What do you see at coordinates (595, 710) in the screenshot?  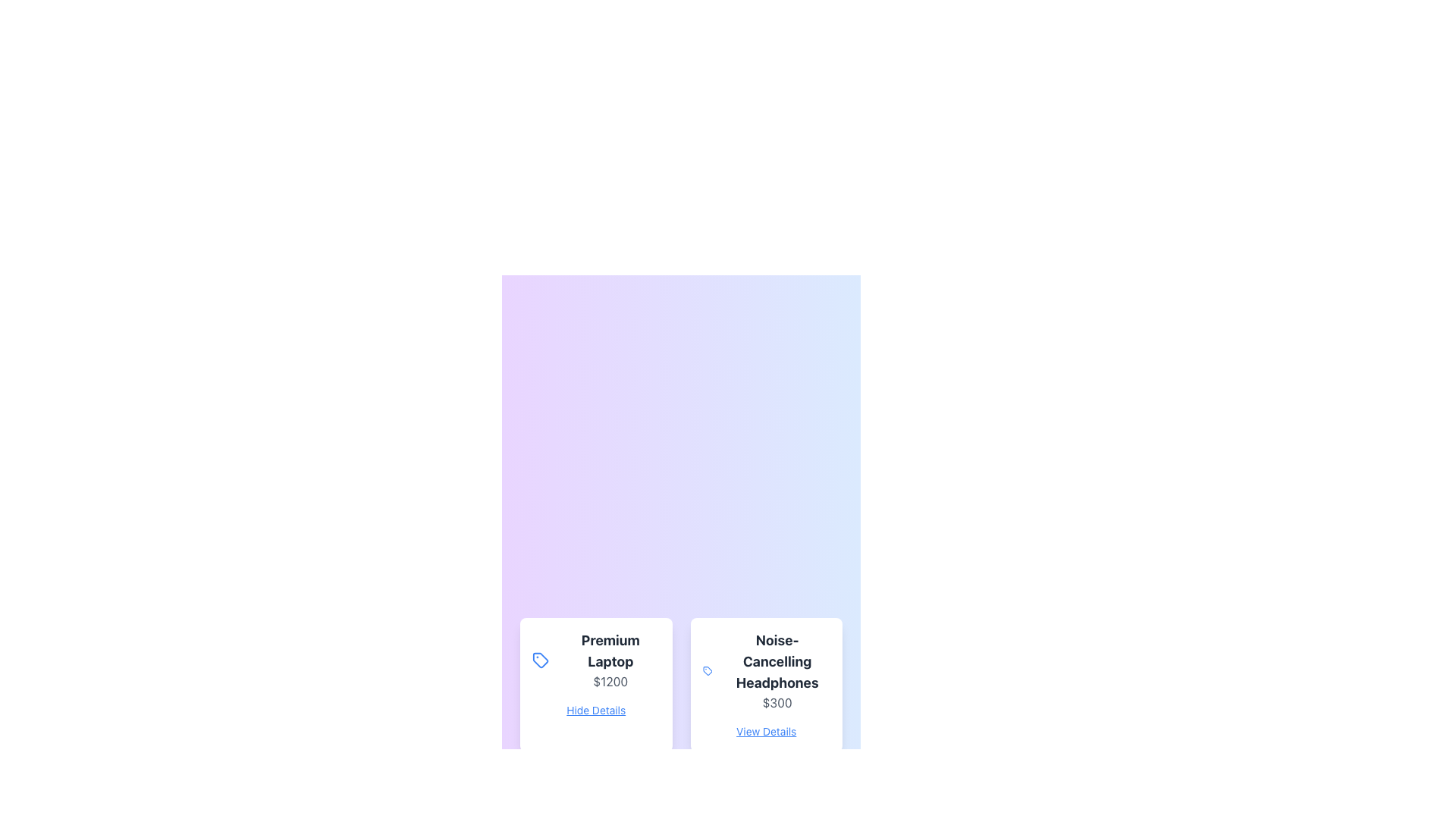 I see `the 'Hide Details' hyperlink styled as interactive text, located at the bottom of the product details card for the 'Premium Laptop'` at bounding box center [595, 710].